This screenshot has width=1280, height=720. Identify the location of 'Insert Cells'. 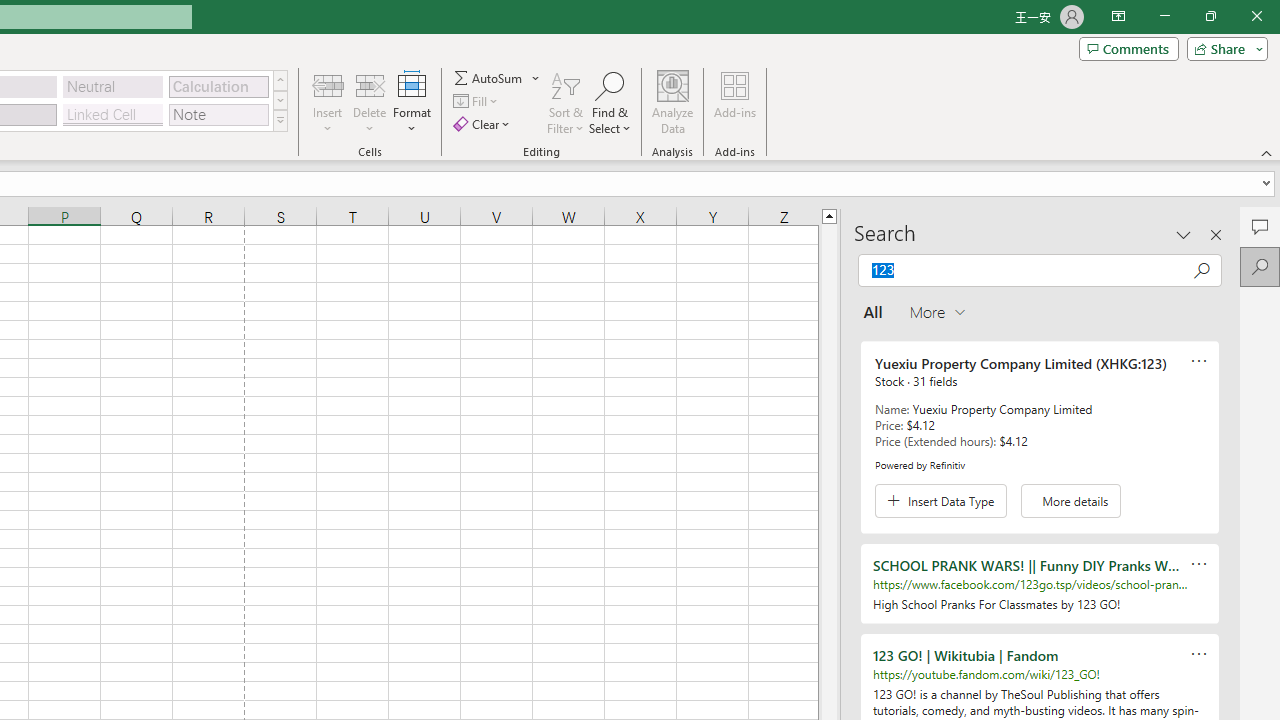
(328, 84).